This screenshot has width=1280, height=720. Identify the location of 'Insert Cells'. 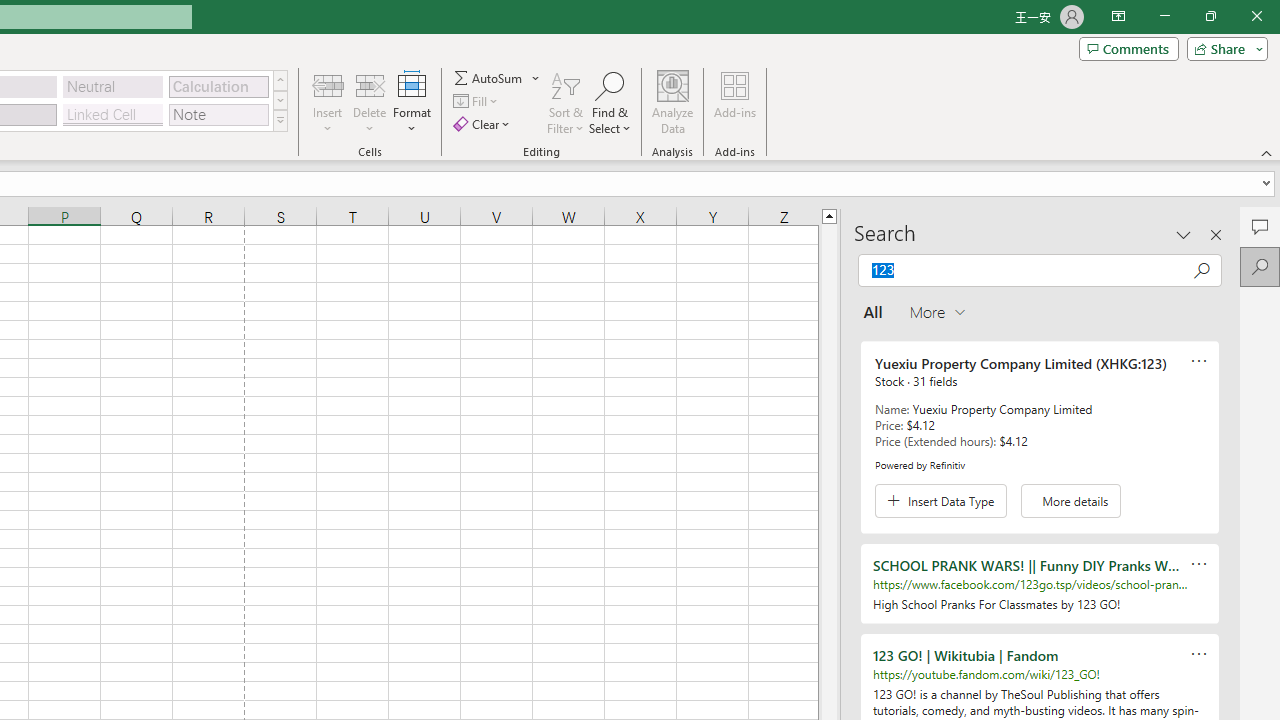
(328, 84).